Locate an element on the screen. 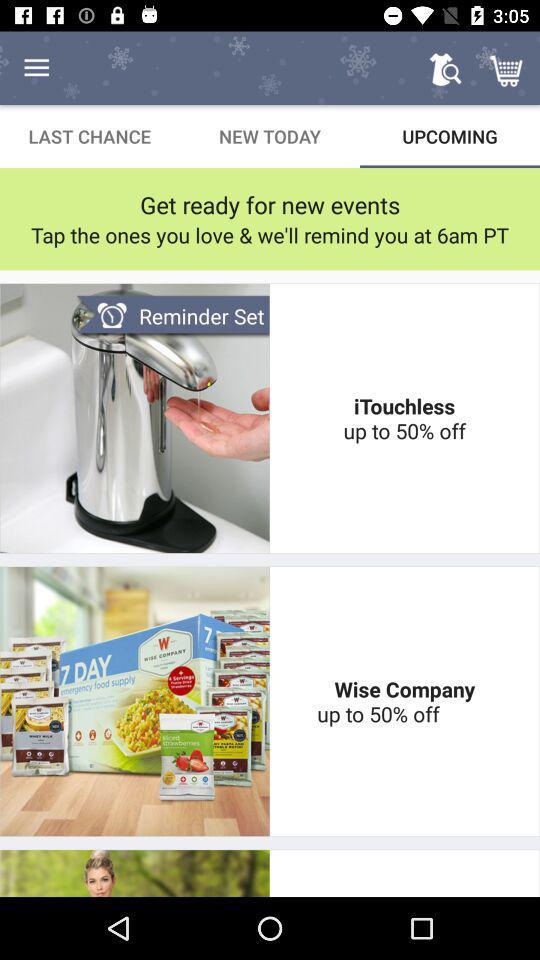 The image size is (540, 960). the icon to the left of itouchless up to icon is located at coordinates (172, 316).